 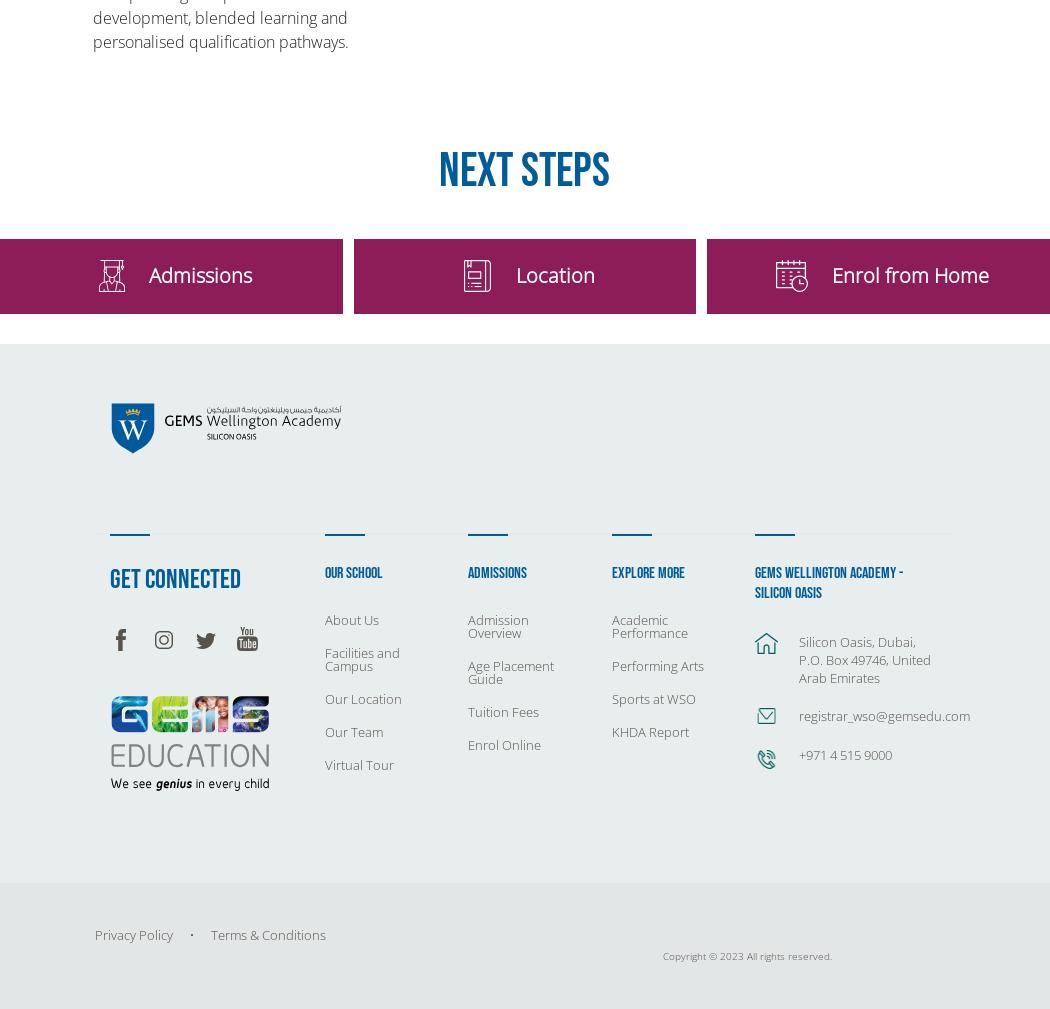 What do you see at coordinates (610, 573) in the screenshot?
I see `'Explore More'` at bounding box center [610, 573].